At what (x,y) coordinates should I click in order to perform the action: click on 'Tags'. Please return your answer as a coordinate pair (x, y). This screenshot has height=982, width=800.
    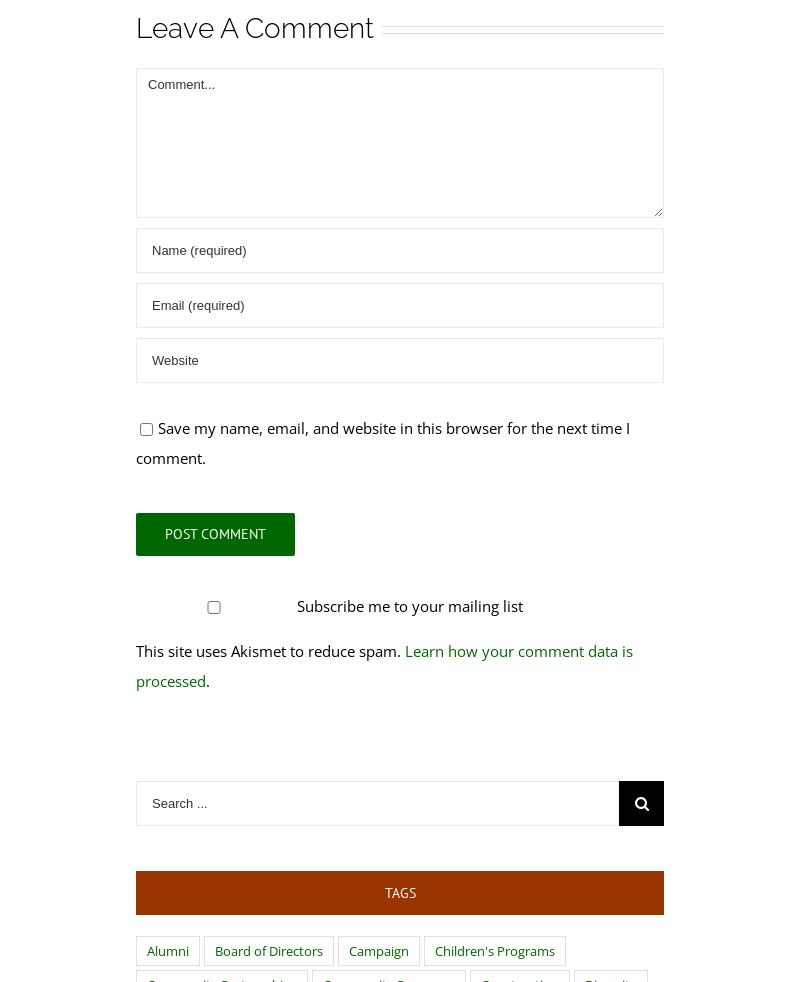
    Looking at the image, I should click on (383, 892).